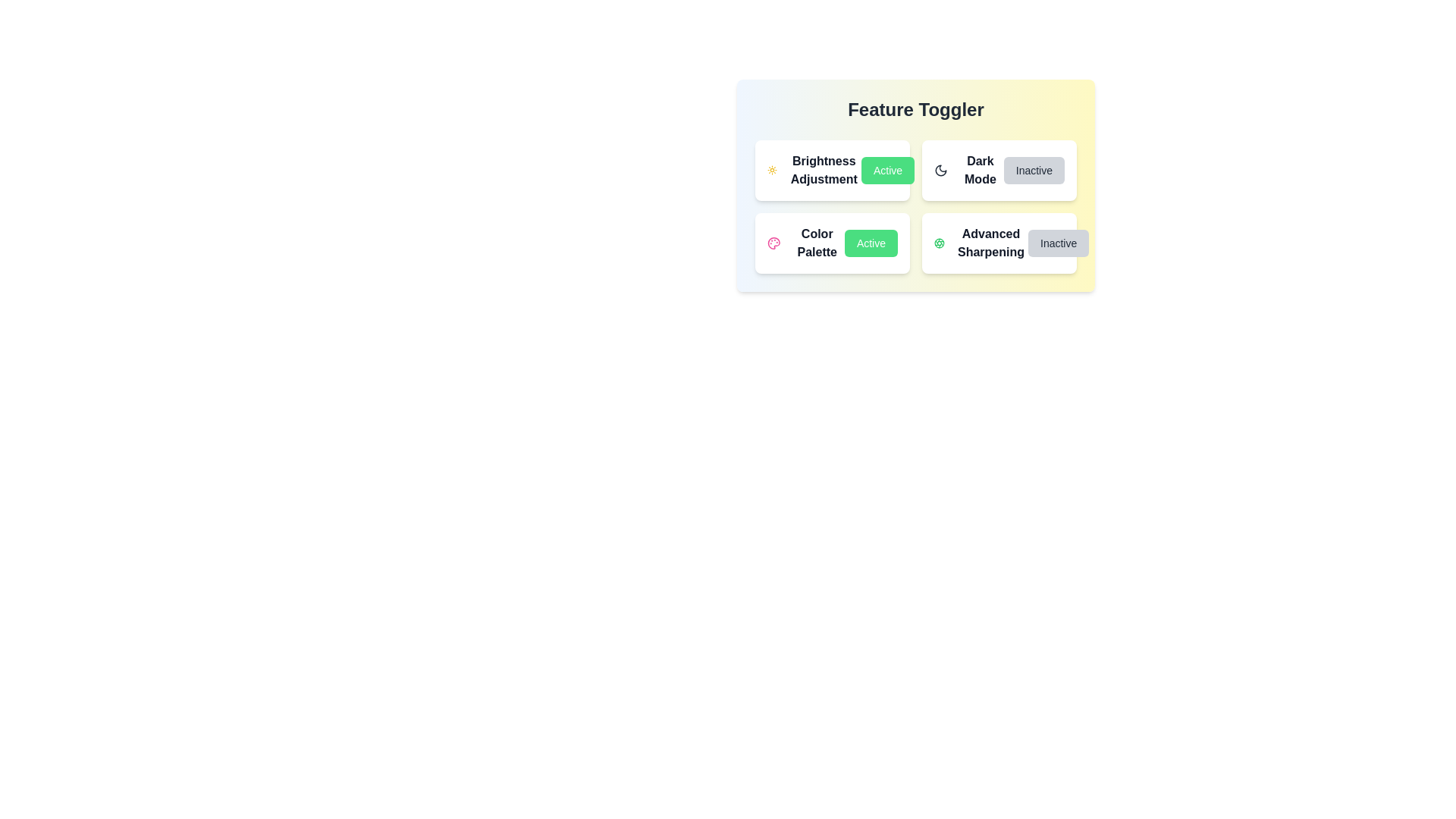 The width and height of the screenshot is (1456, 819). What do you see at coordinates (888, 170) in the screenshot?
I see `button corresponding to the feature Brightness Adjustment to toggle its state` at bounding box center [888, 170].